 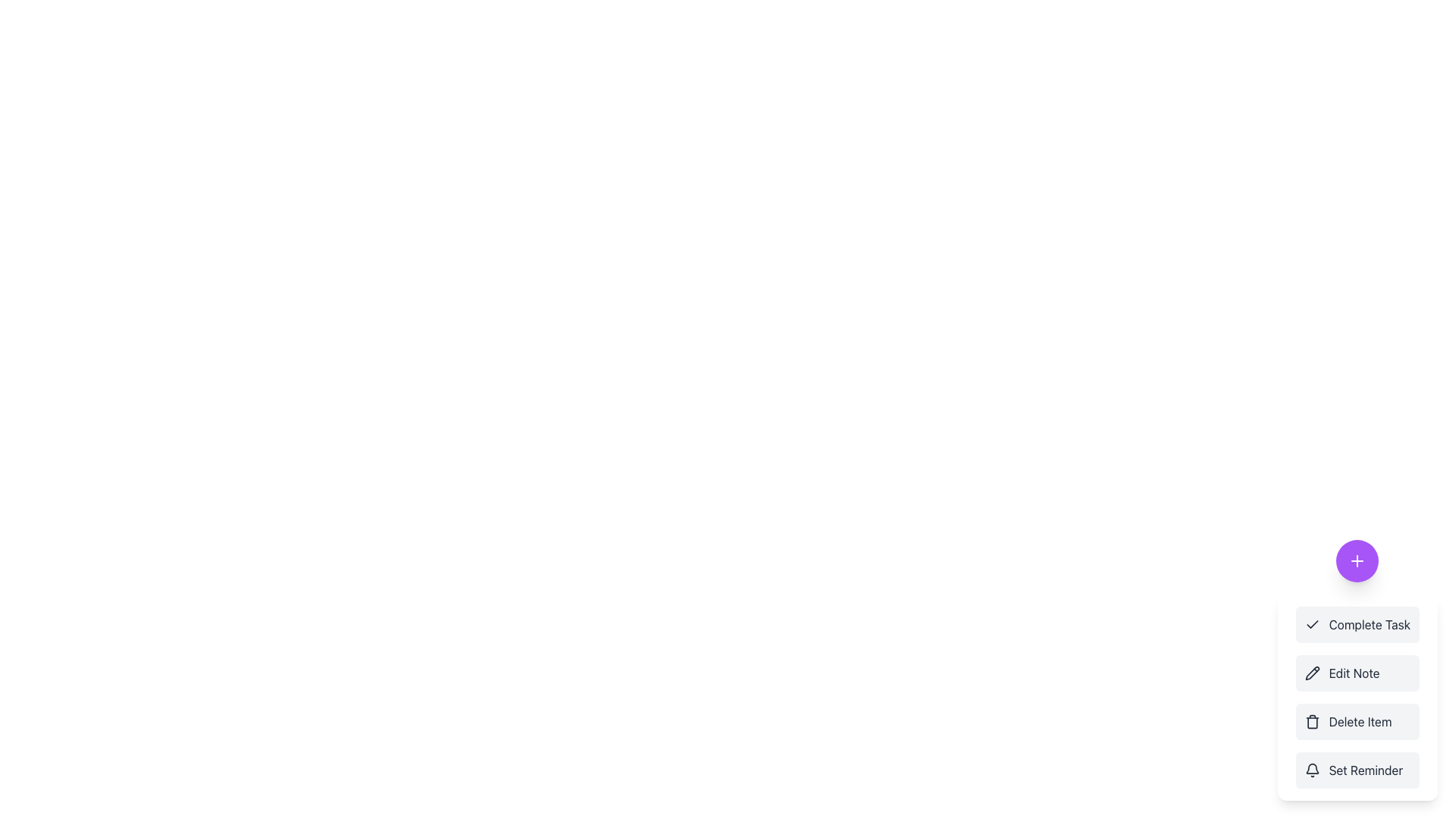 What do you see at coordinates (1357, 672) in the screenshot?
I see `the edit note button, which is the second item in a vertical list of action buttons, to change its background color` at bounding box center [1357, 672].